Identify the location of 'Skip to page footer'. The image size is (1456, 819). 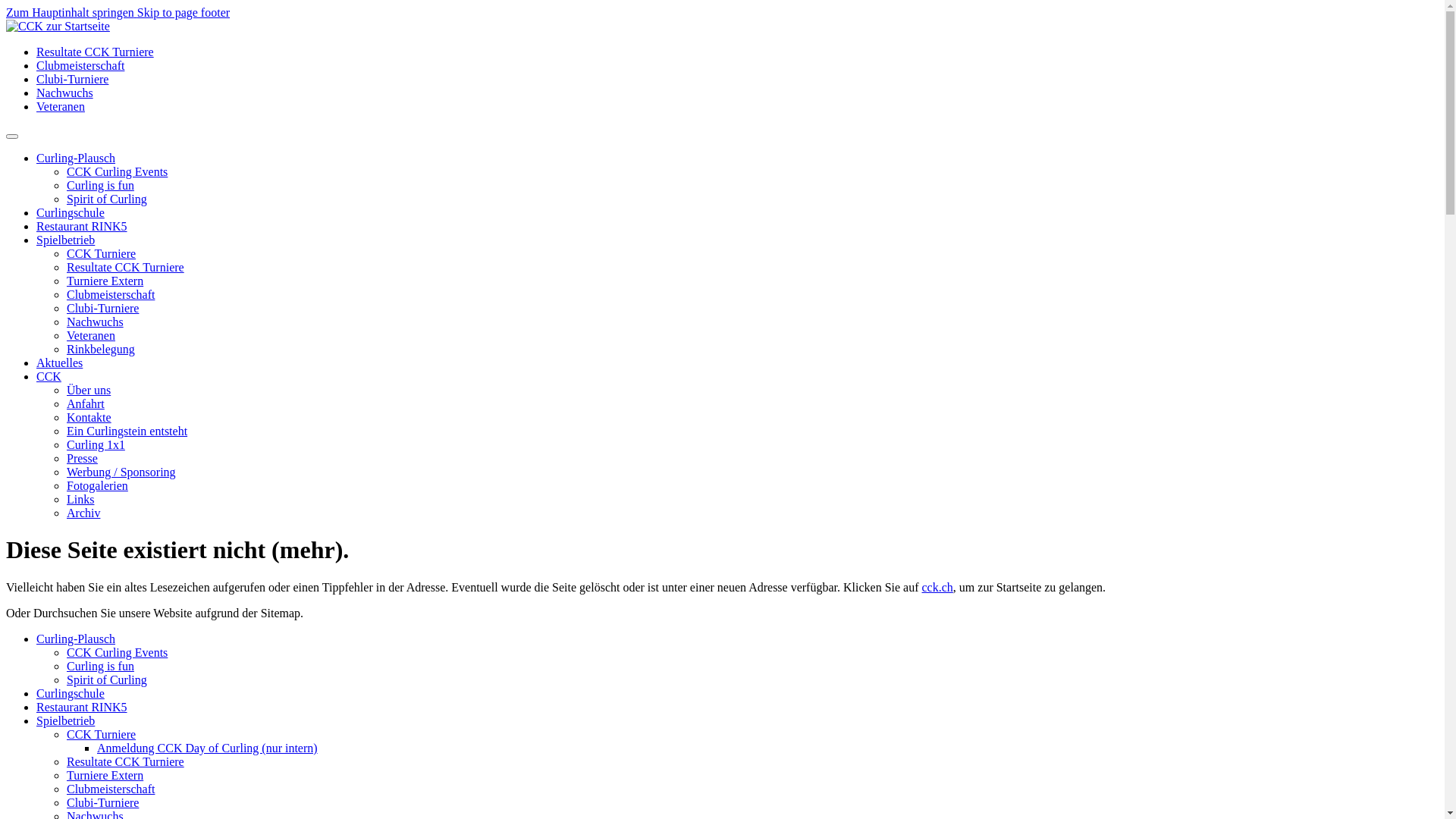
(137, 12).